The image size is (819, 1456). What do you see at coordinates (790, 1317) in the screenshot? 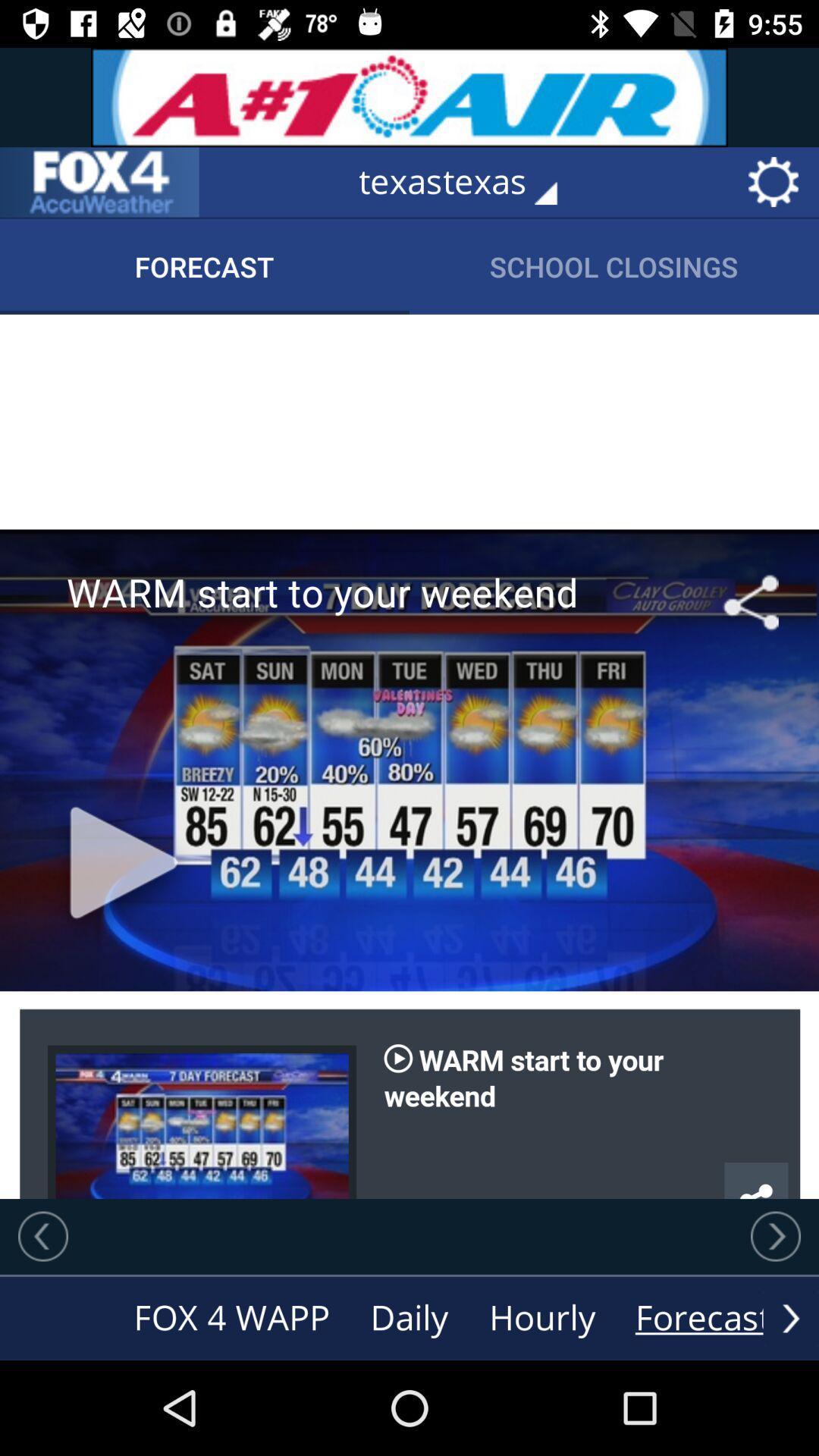
I see `the arrow_forward icon` at bounding box center [790, 1317].